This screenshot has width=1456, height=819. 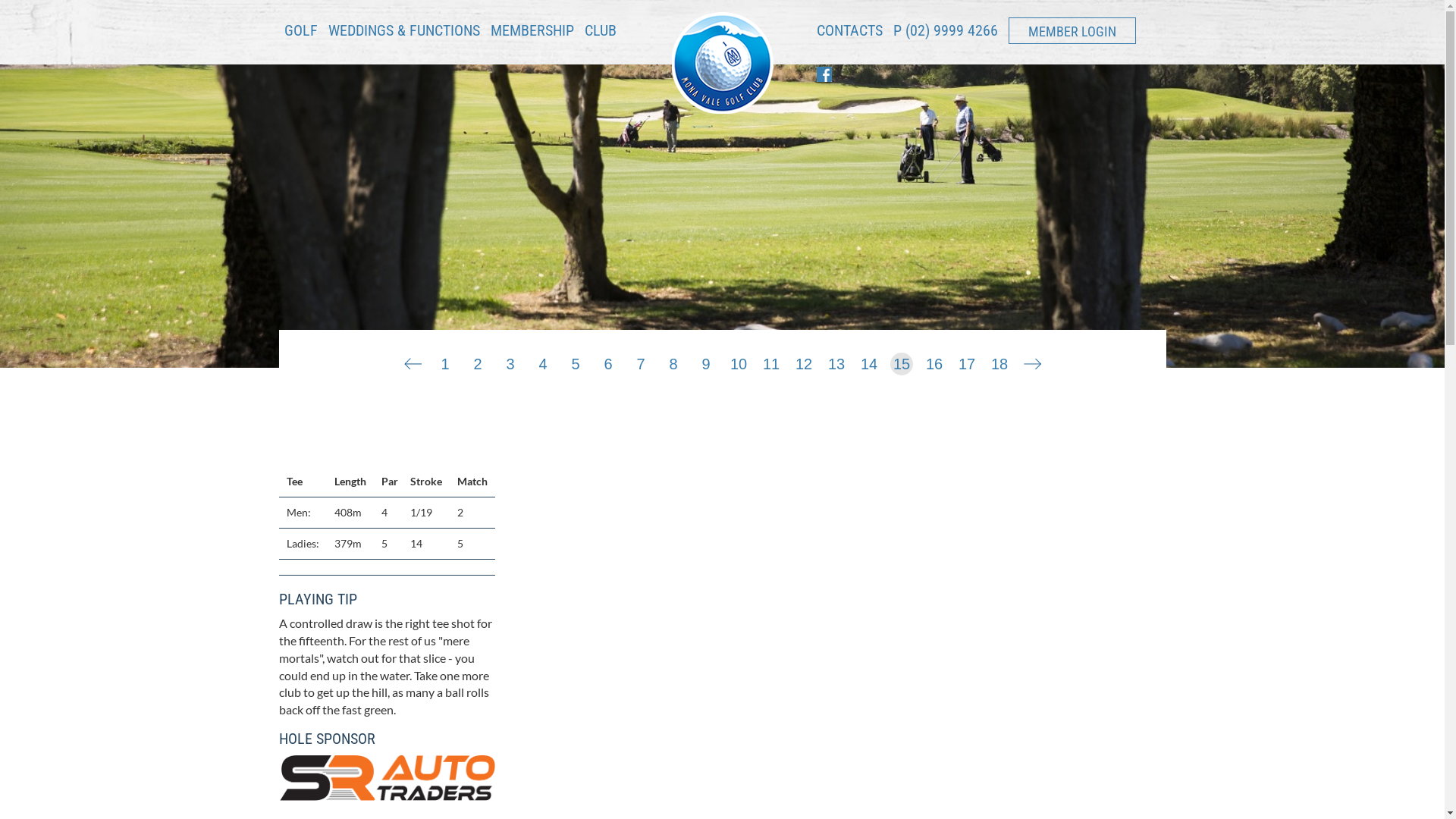 What do you see at coordinates (607, 360) in the screenshot?
I see `'6'` at bounding box center [607, 360].